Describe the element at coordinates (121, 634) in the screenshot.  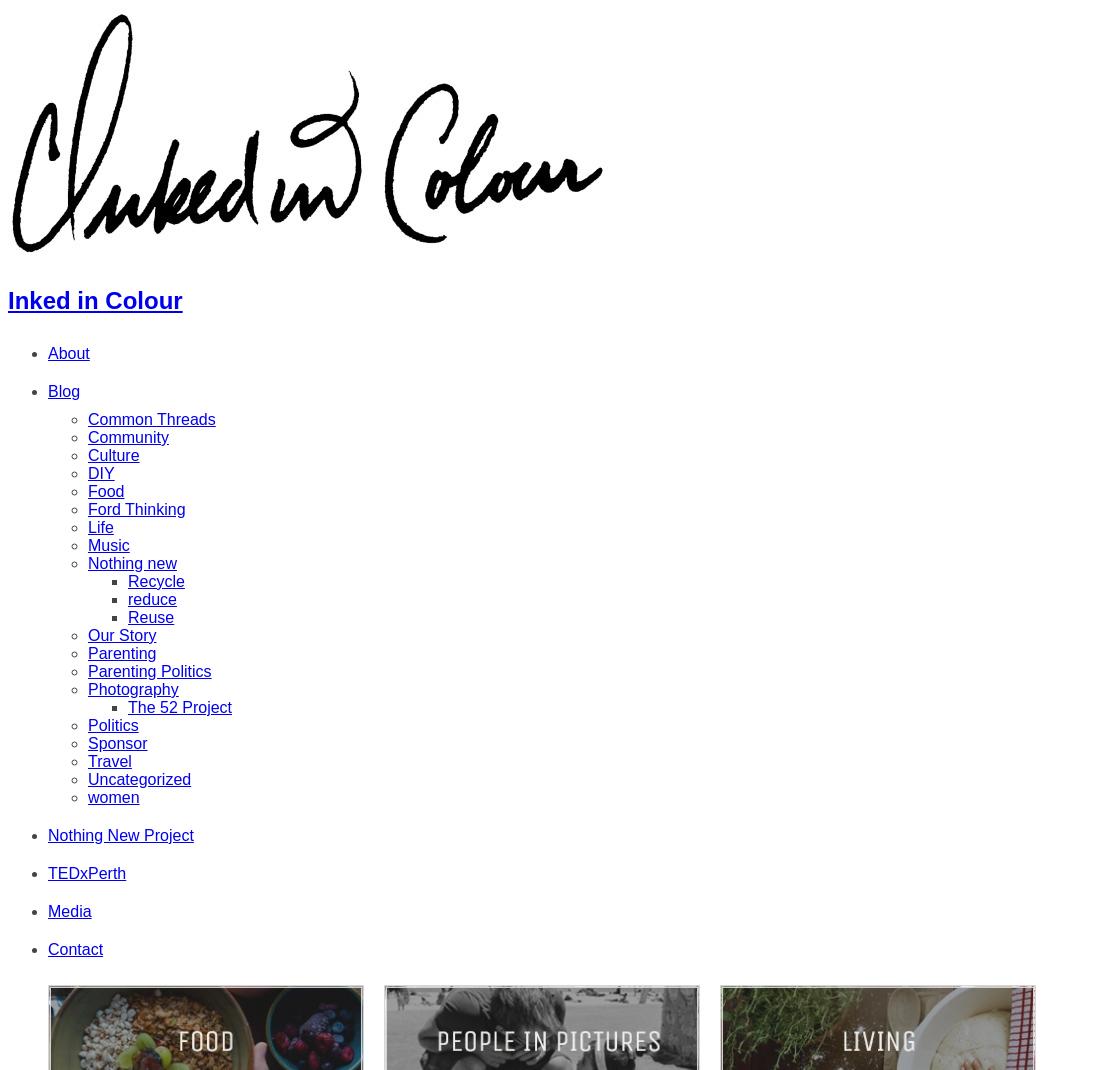
I see `'Our Story'` at that location.